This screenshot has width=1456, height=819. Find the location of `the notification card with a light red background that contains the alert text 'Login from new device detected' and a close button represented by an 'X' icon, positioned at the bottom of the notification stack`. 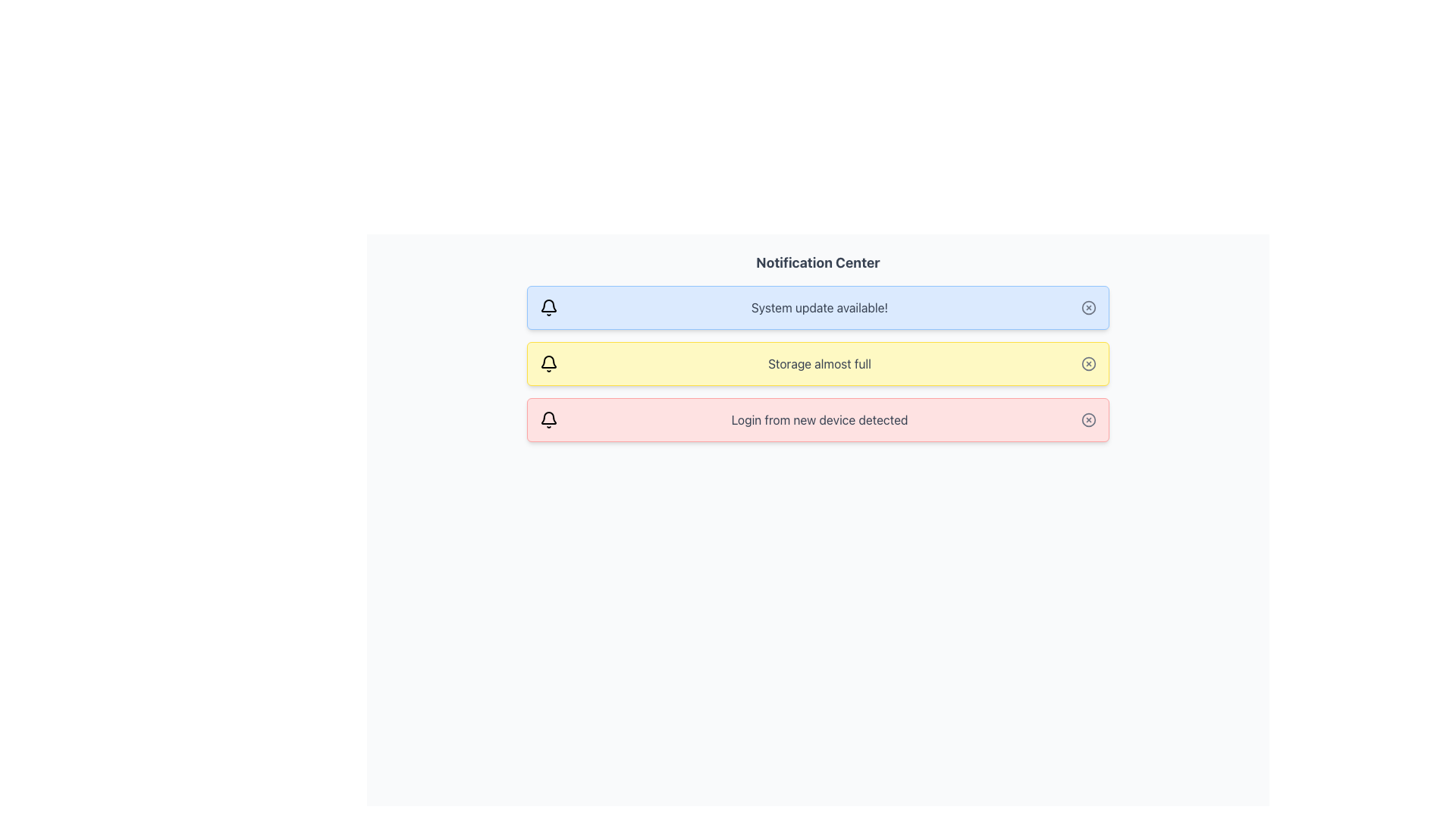

the notification card with a light red background that contains the alert text 'Login from new device detected' and a close button represented by an 'X' icon, positioned at the bottom of the notification stack is located at coordinates (817, 420).